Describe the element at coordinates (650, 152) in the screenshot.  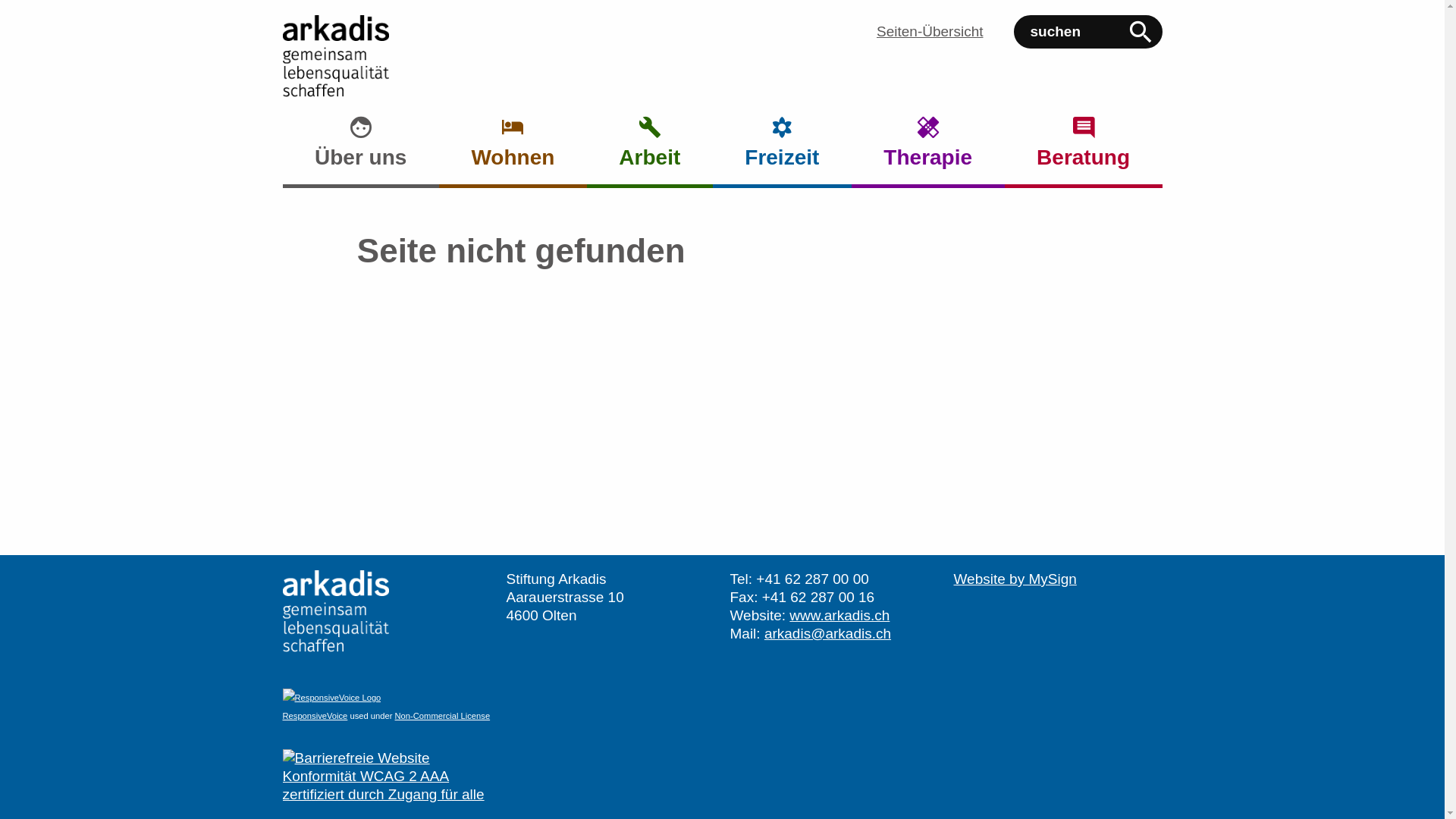
I see `'Arbeit'` at that location.